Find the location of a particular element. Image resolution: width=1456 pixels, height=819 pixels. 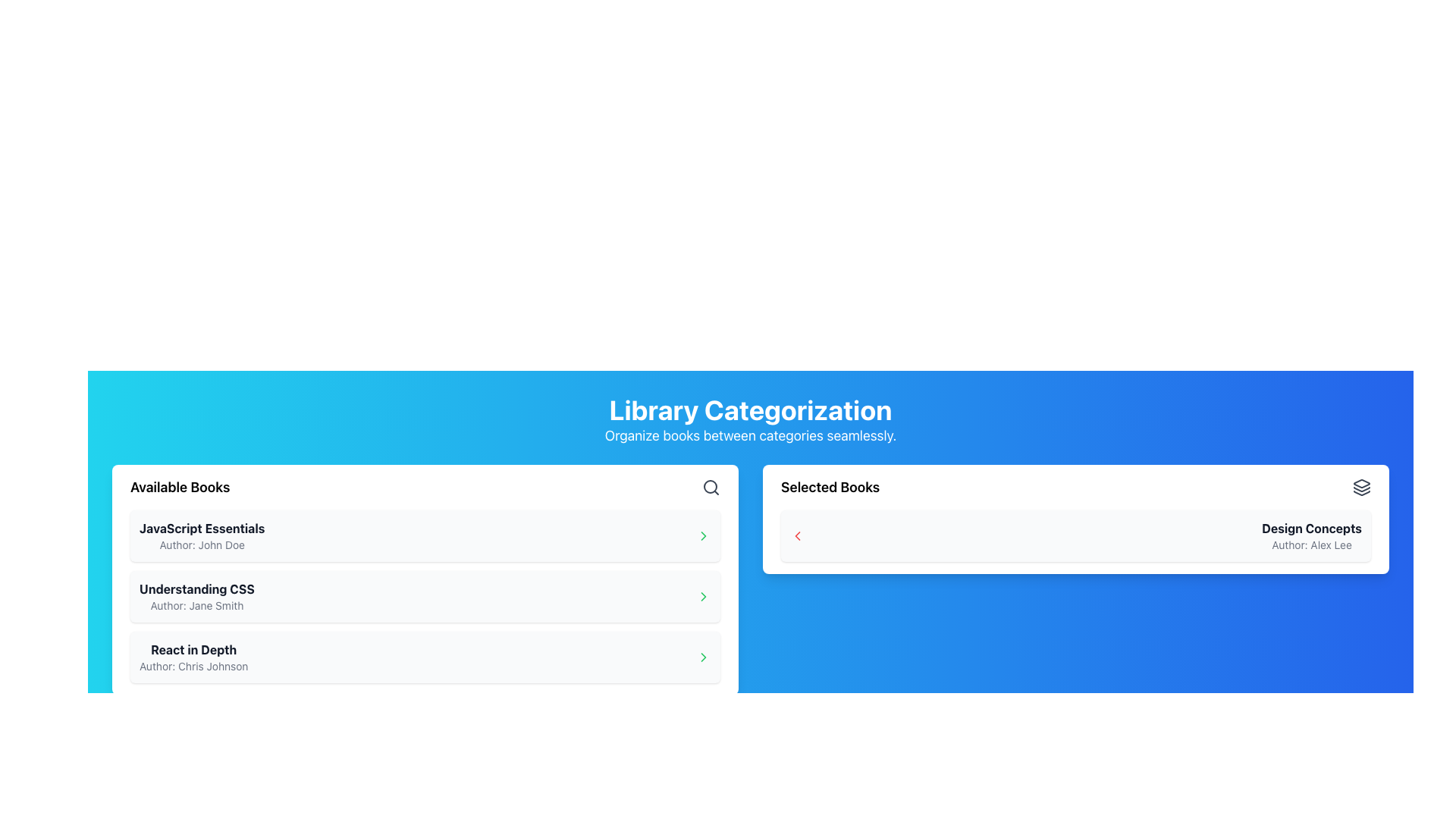

the right-facing arrow icon located in the 'Available Books' section is located at coordinates (702, 595).